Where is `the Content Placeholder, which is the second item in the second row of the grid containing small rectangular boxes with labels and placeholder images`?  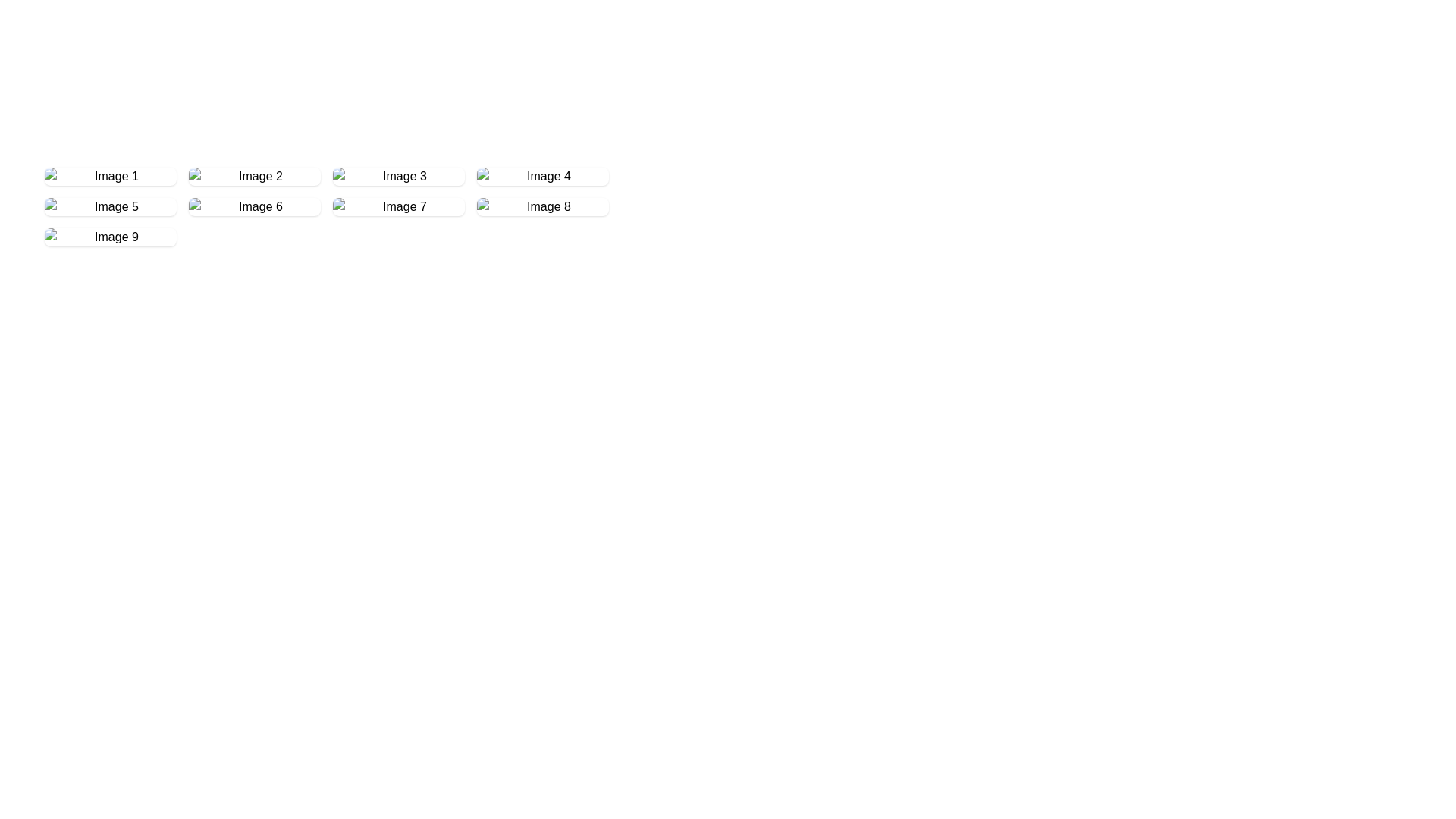 the Content Placeholder, which is the second item in the second row of the grid containing small rectangular boxes with labels and placeholder images is located at coordinates (326, 207).